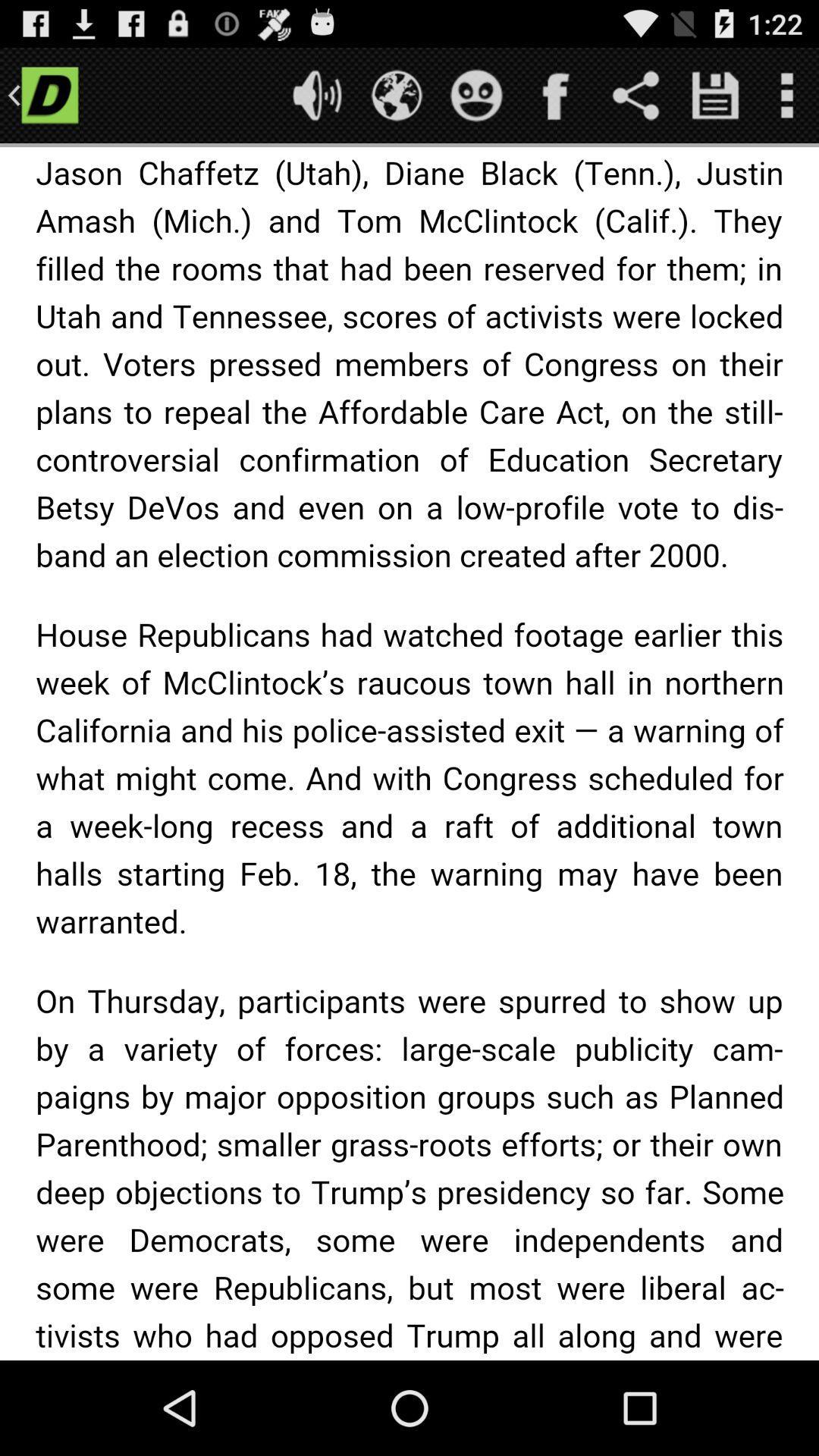  Describe the element at coordinates (316, 101) in the screenshot. I see `the volume icon` at that location.